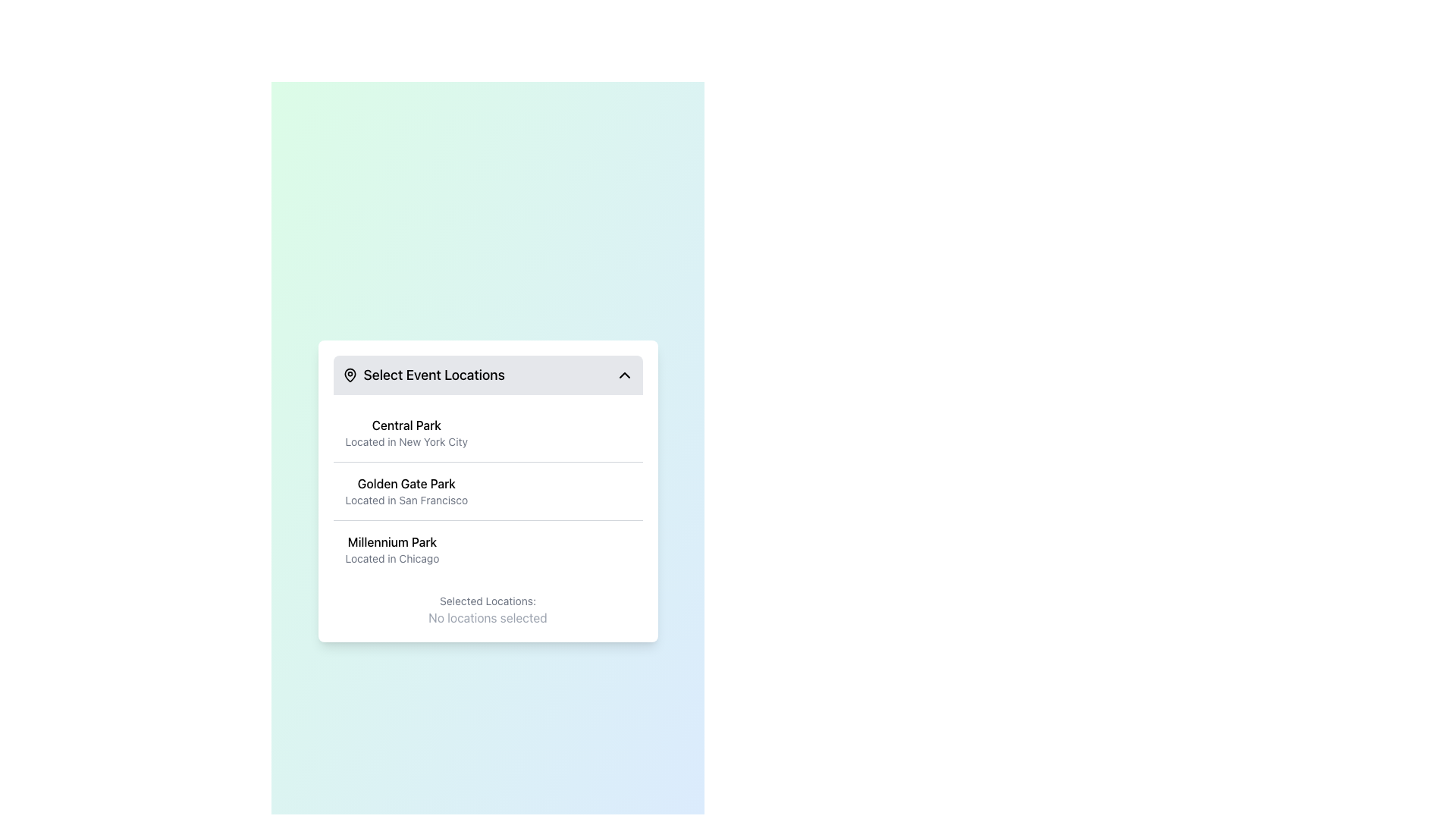  What do you see at coordinates (488, 375) in the screenshot?
I see `the 'Select Event Locations' Collapsible Header` at bounding box center [488, 375].